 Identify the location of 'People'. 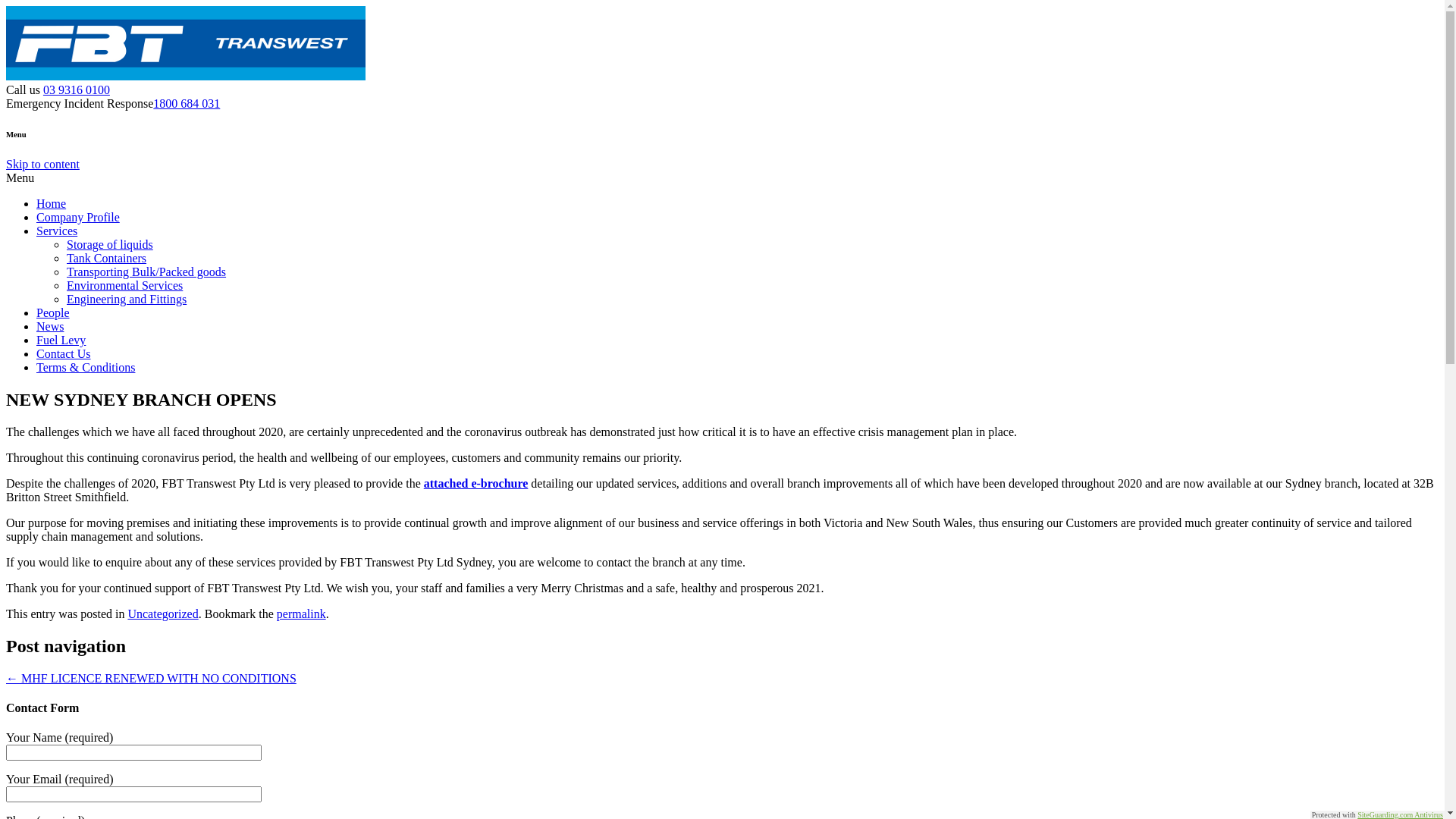
(36, 312).